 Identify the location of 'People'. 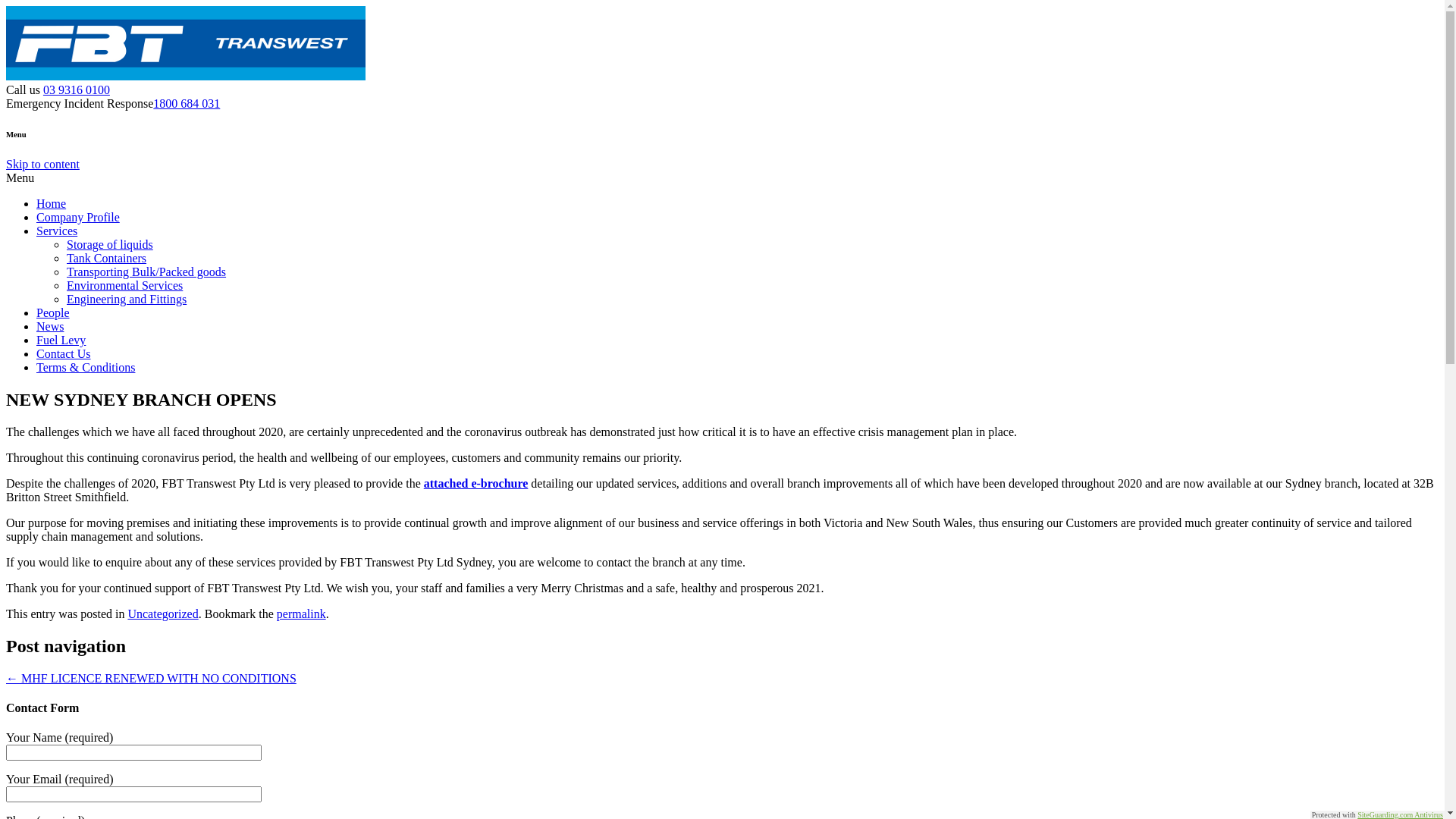
(36, 312).